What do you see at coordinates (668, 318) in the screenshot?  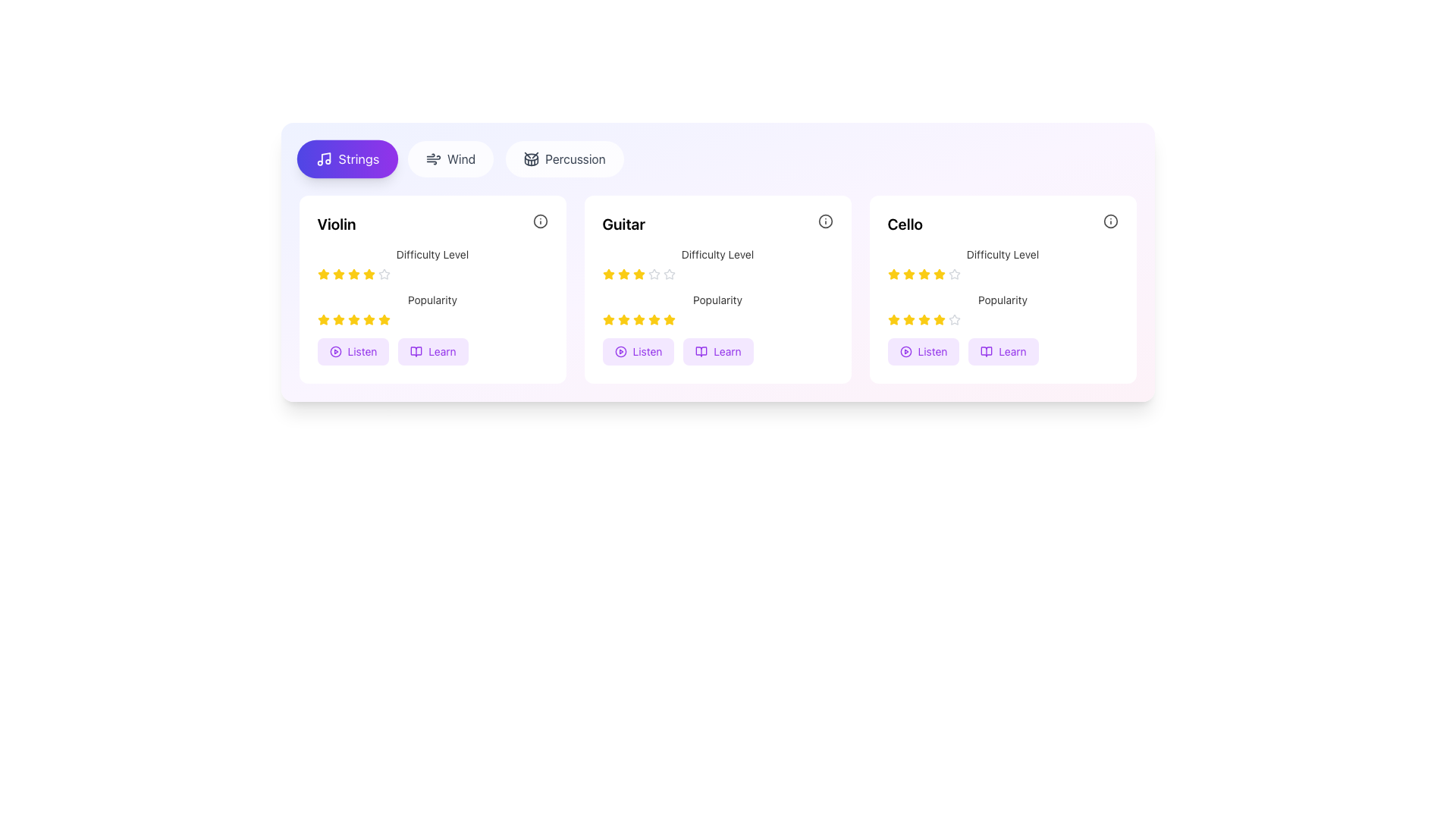 I see `the second yellow star-shaped icon in the popularity rating section of the Guitar card` at bounding box center [668, 318].